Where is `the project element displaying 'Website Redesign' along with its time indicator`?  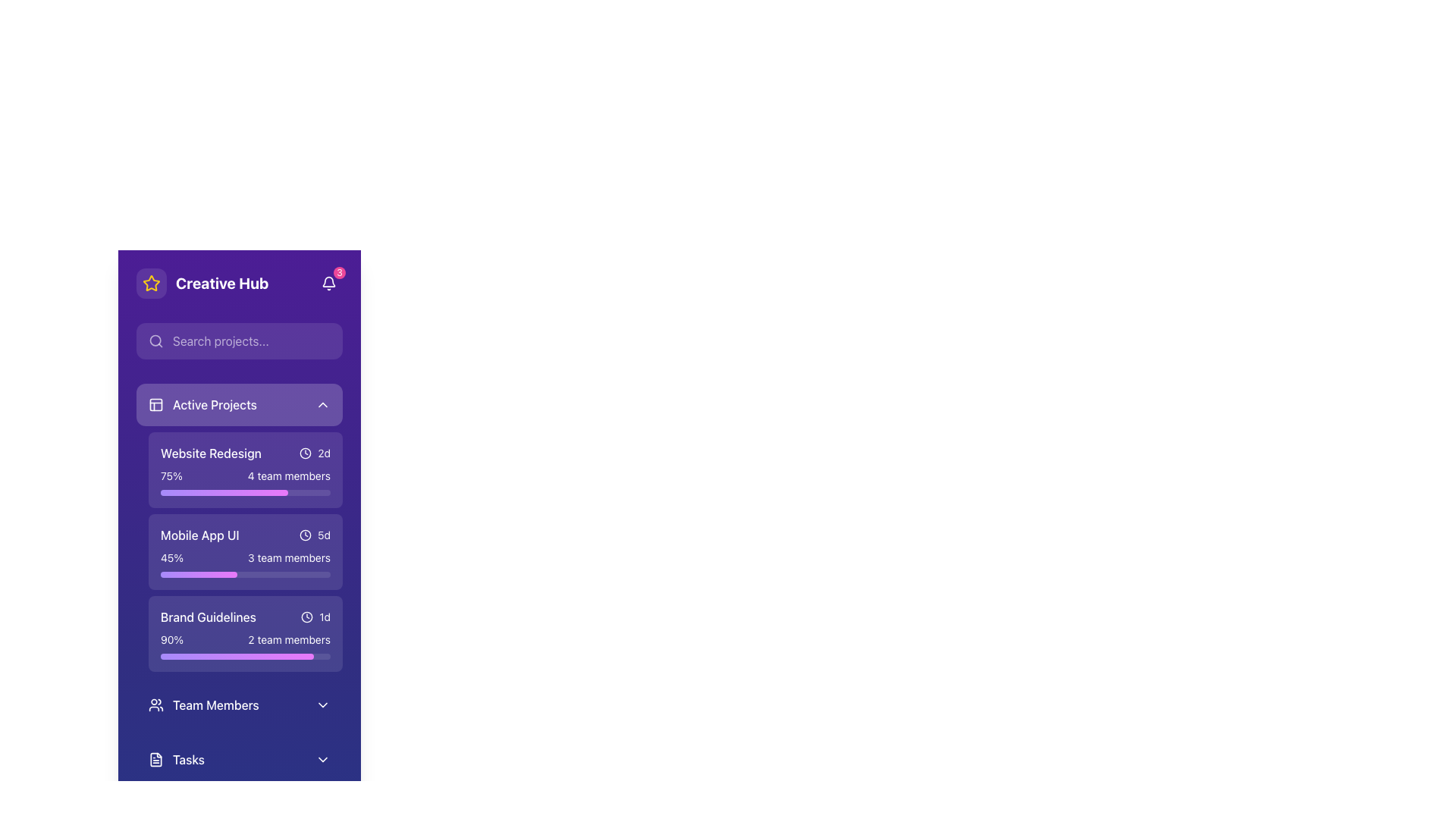 the project element displaying 'Website Redesign' along with its time indicator is located at coordinates (246, 452).